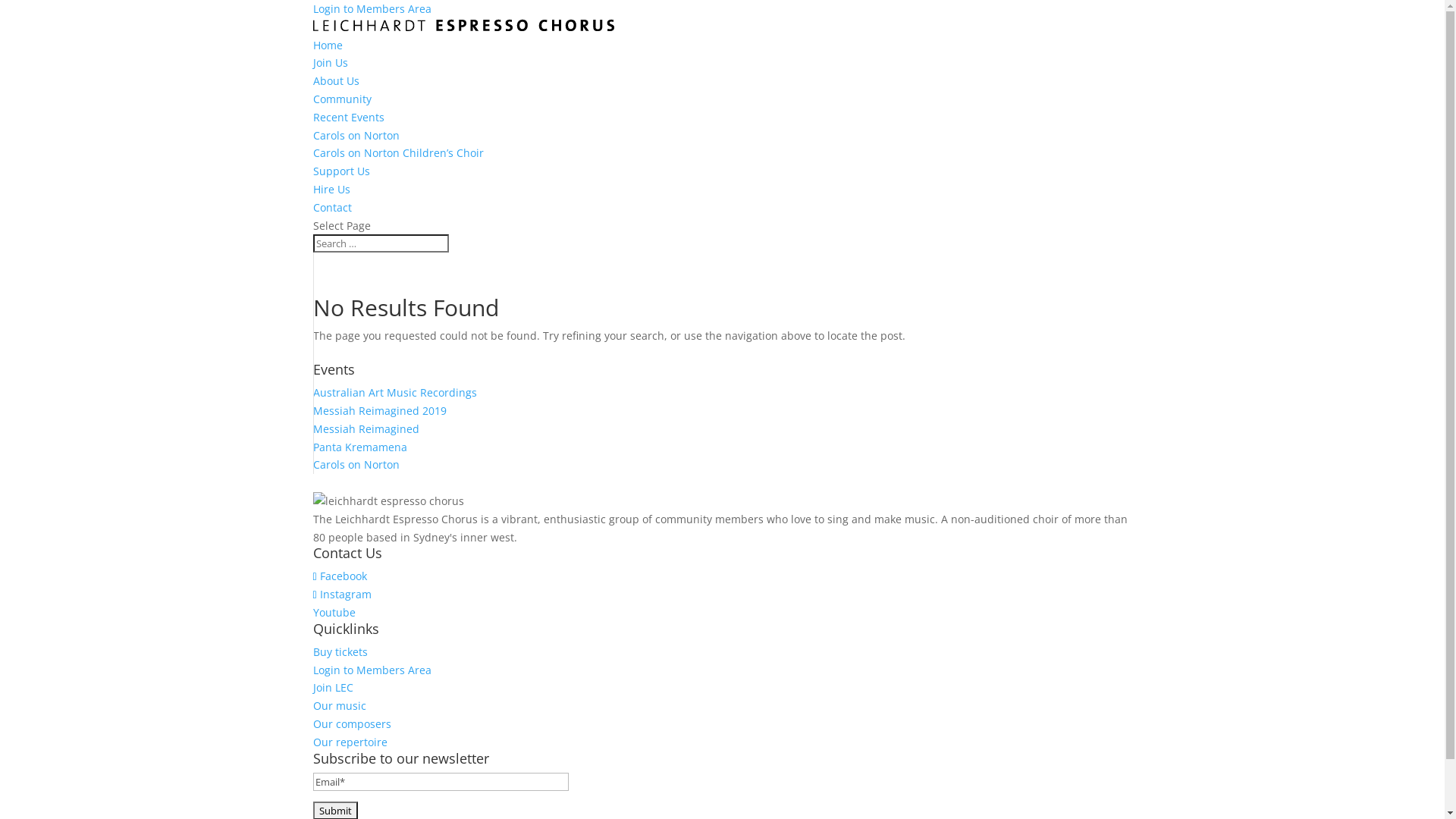  What do you see at coordinates (355, 134) in the screenshot?
I see `'Carols on Norton'` at bounding box center [355, 134].